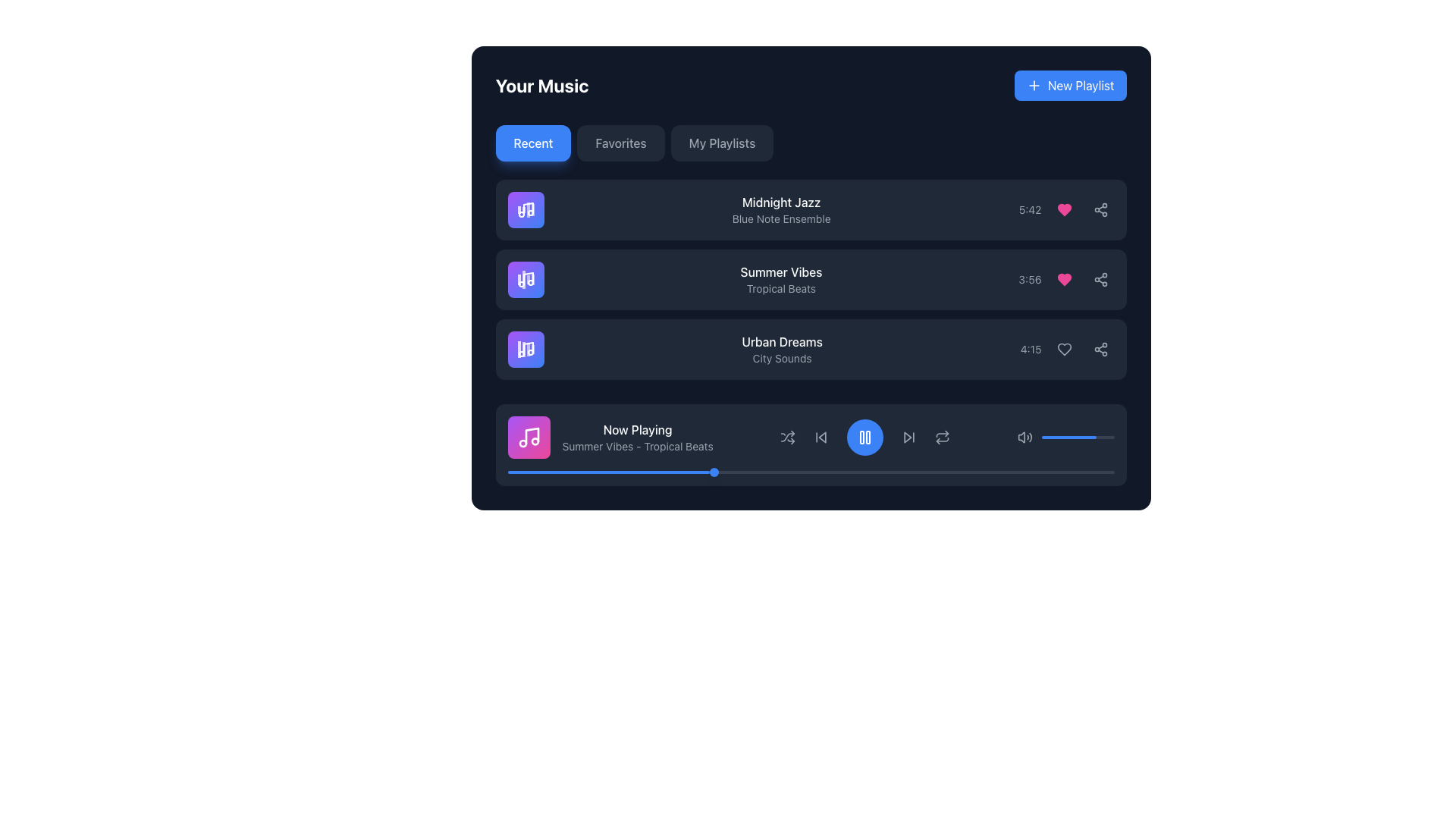  What do you see at coordinates (1069, 85) in the screenshot?
I see `the 'New Playlist' button with a blue background and white text` at bounding box center [1069, 85].